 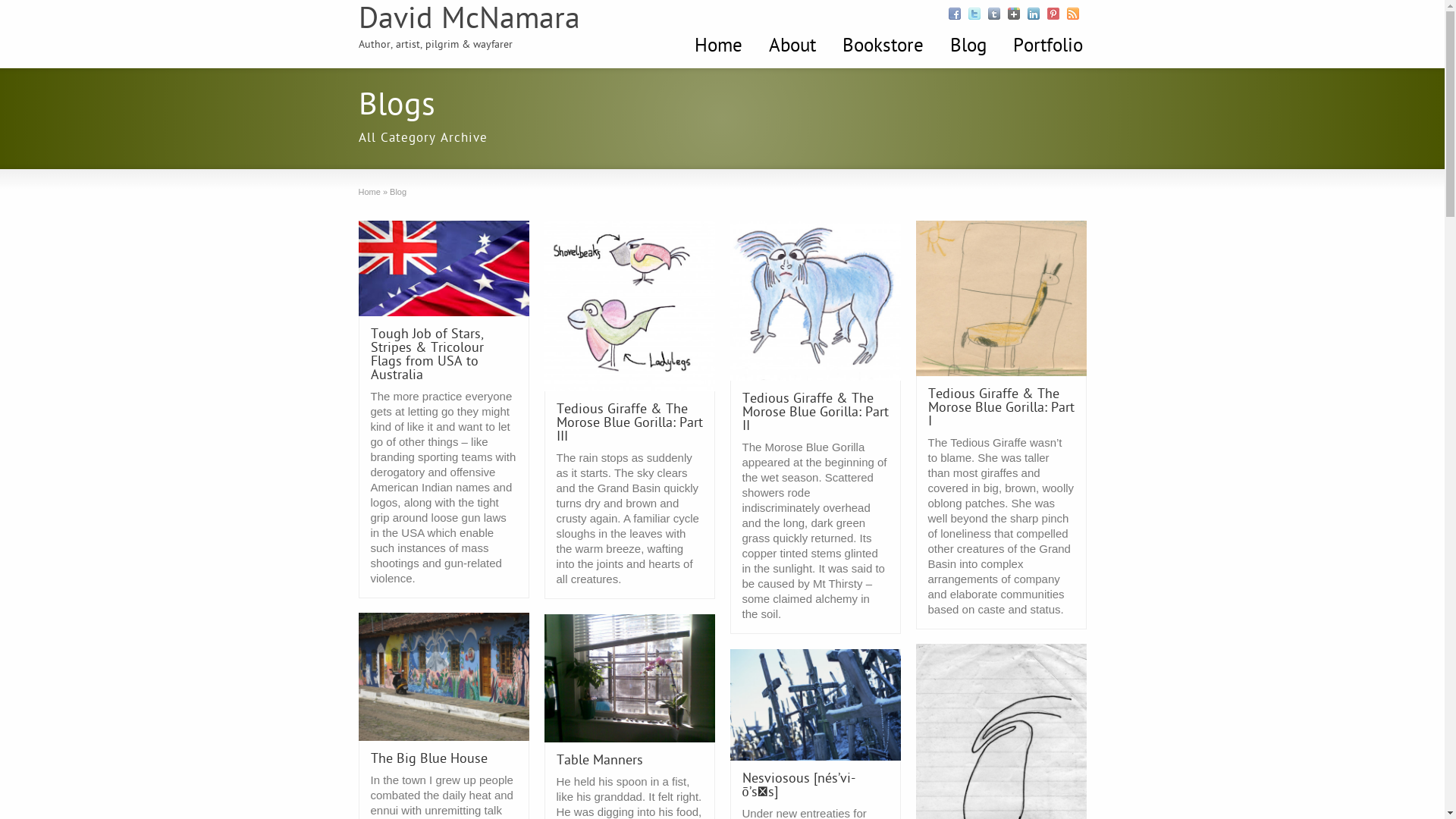 I want to click on 'Follow Me Linkedin', so click(x=1032, y=14).